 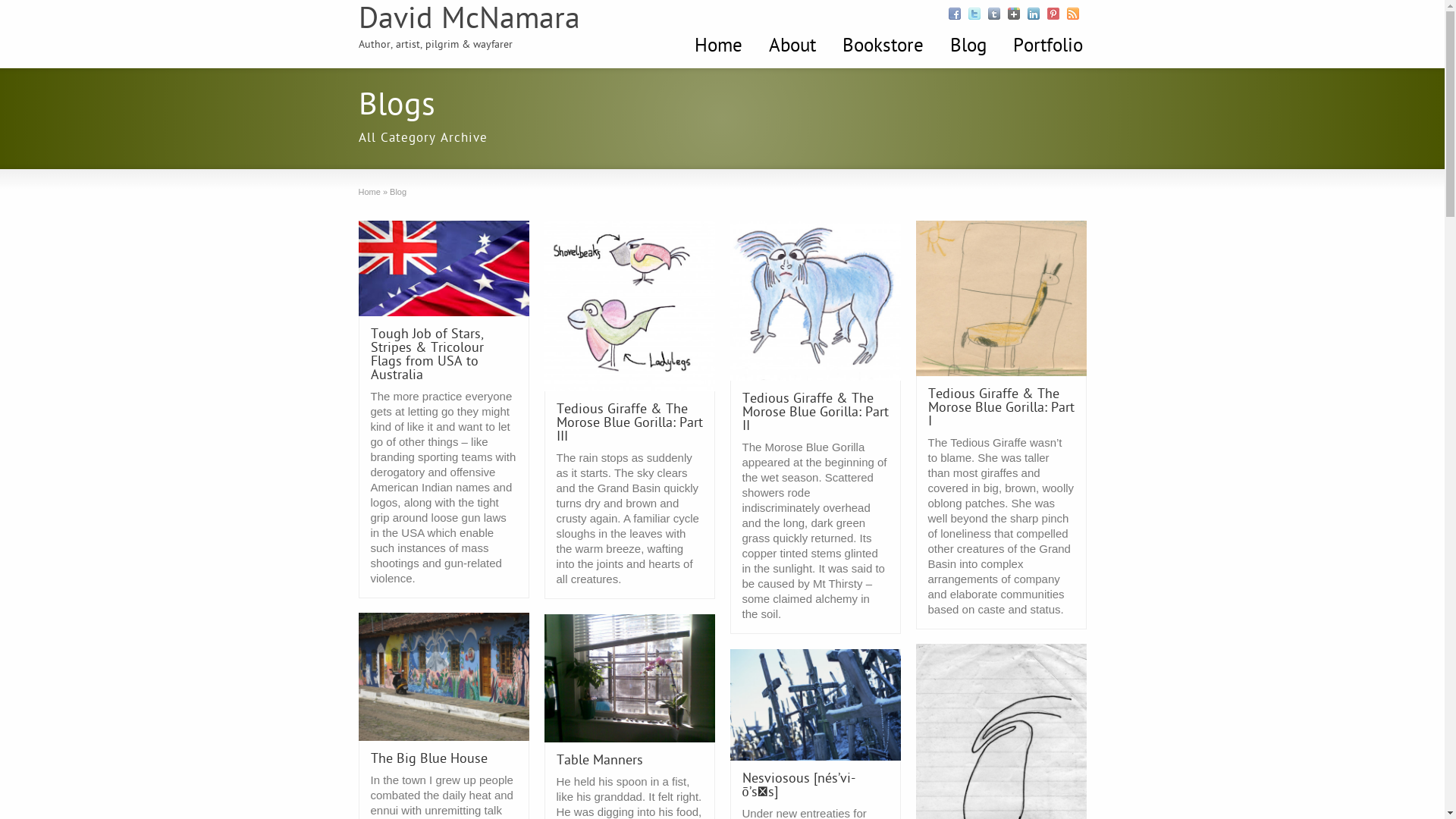 I want to click on 'Follow Me Linkedin', so click(x=1032, y=14).